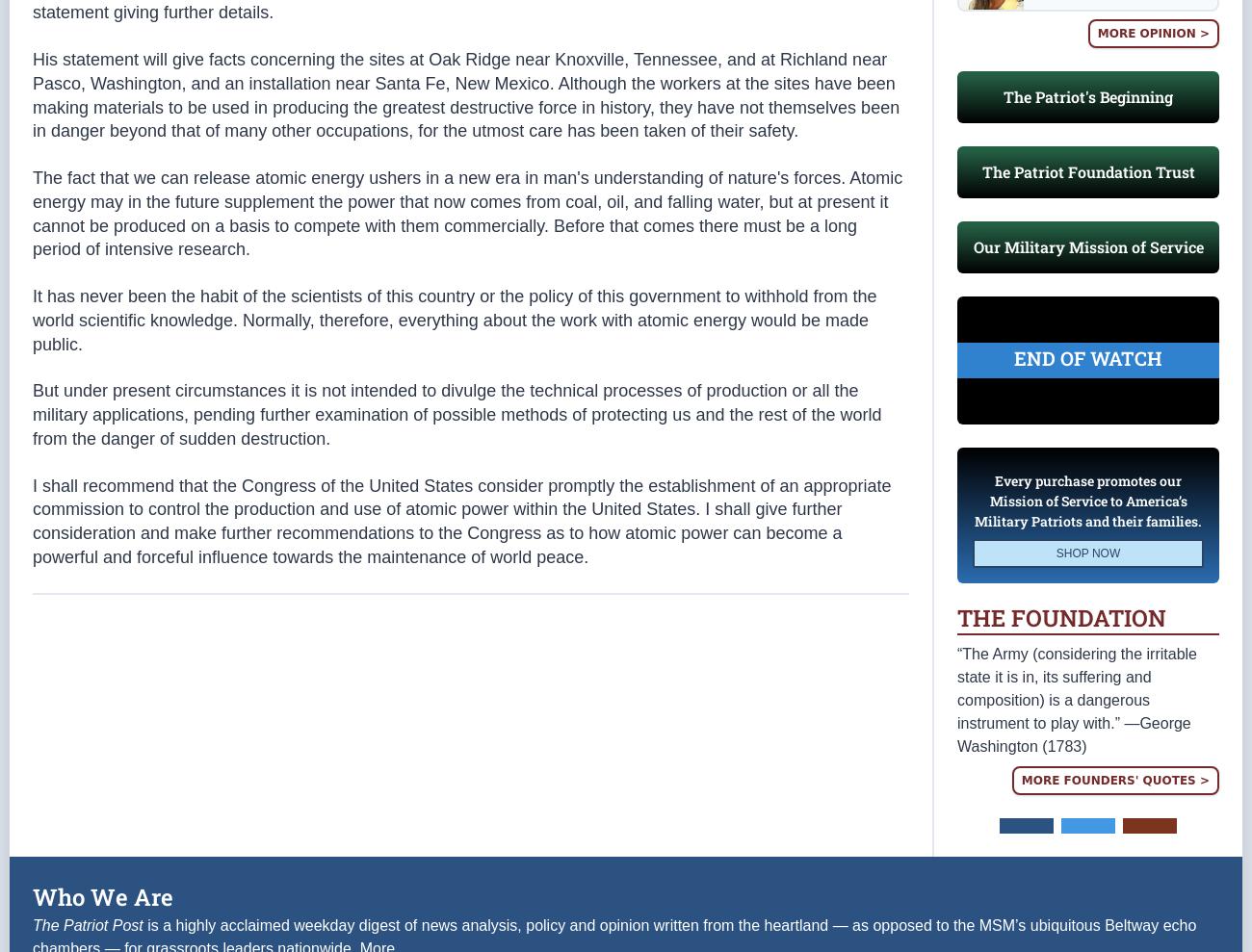  What do you see at coordinates (1086, 96) in the screenshot?
I see `'The Patriot's Beginning'` at bounding box center [1086, 96].